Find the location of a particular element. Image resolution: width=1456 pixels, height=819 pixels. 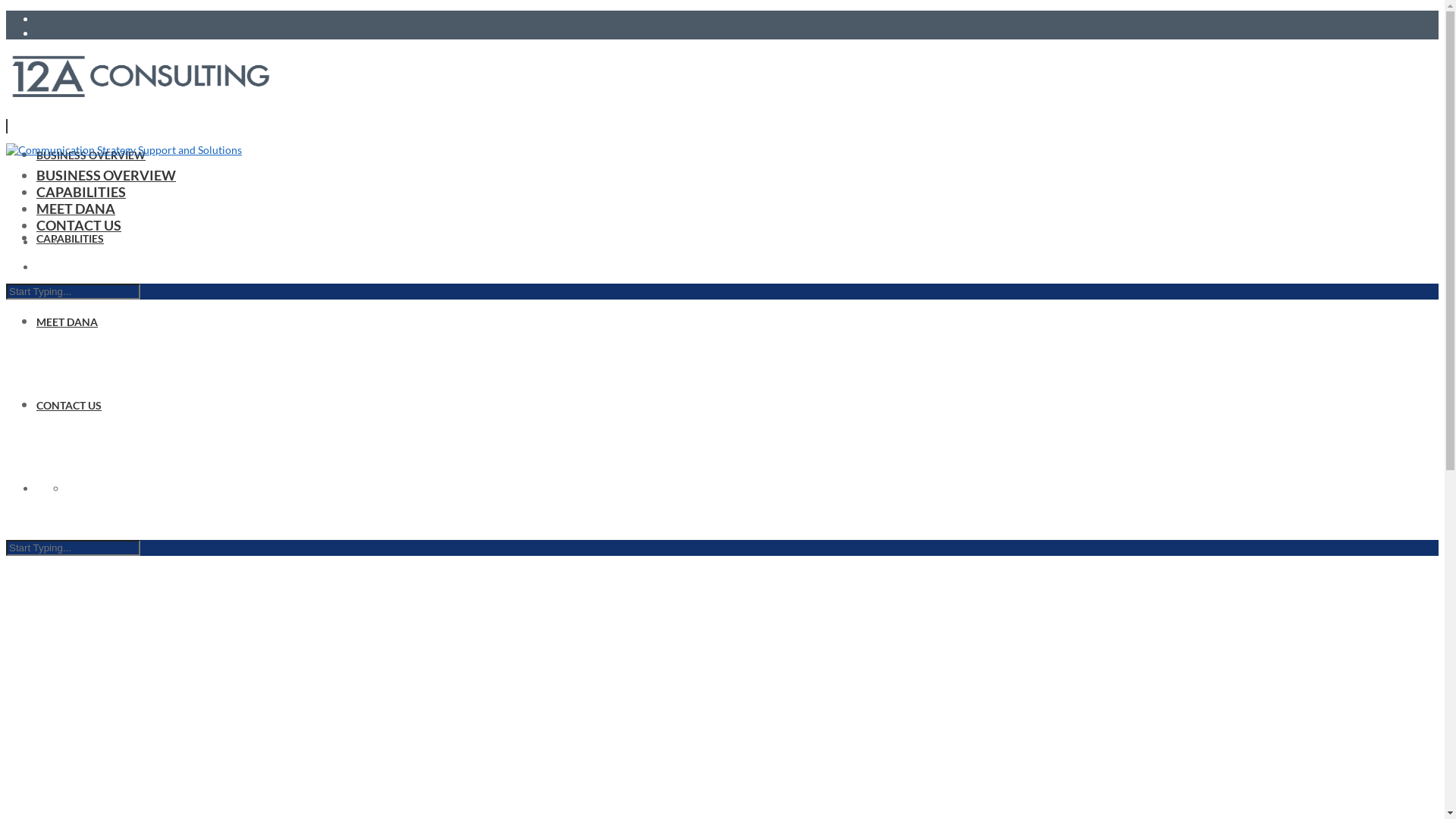

'Communication Strategy Support and Solutions' is located at coordinates (140, 74).